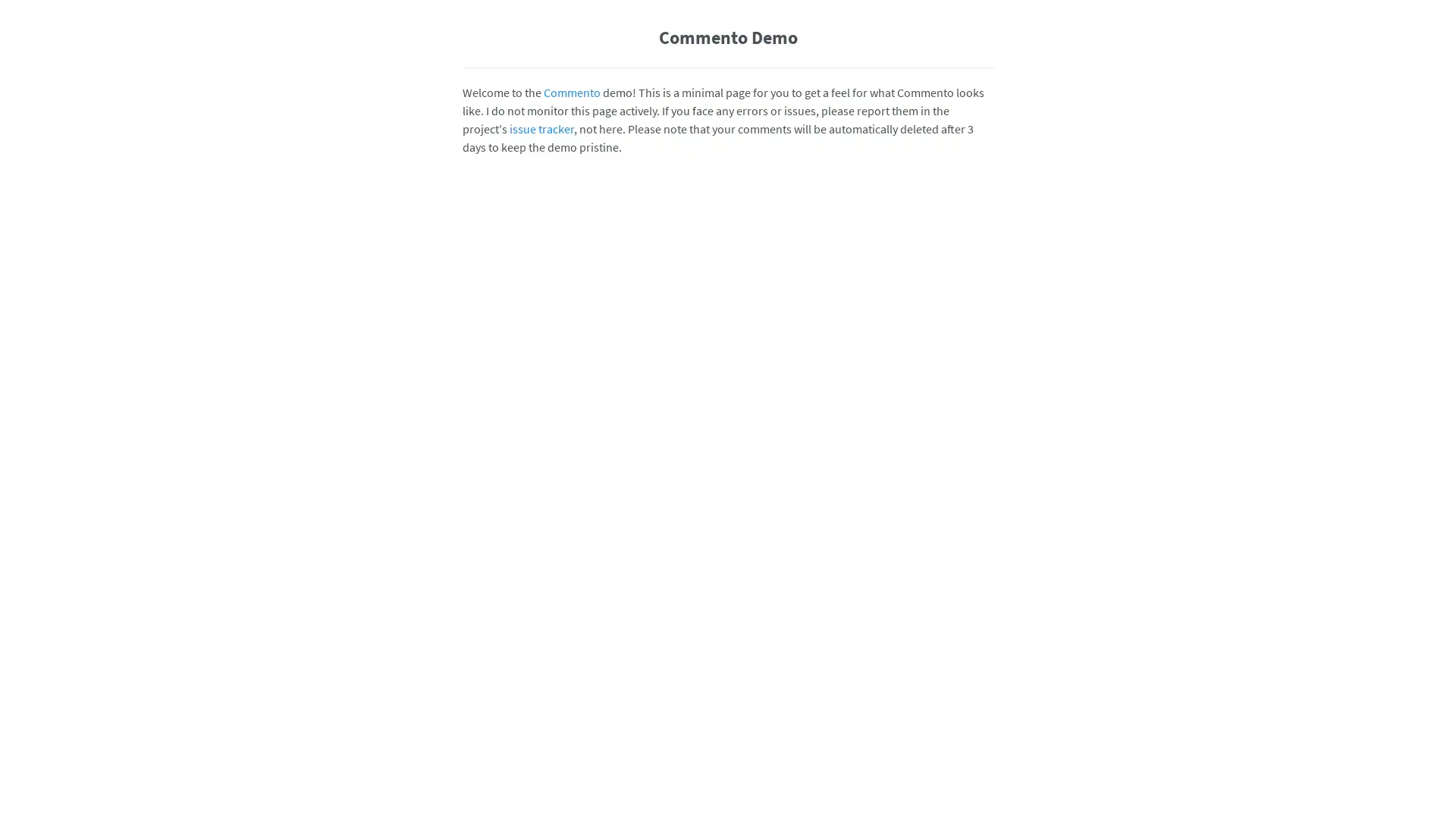  What do you see at coordinates (886, 417) in the screenshot?
I see `This comment has been stickied` at bounding box center [886, 417].